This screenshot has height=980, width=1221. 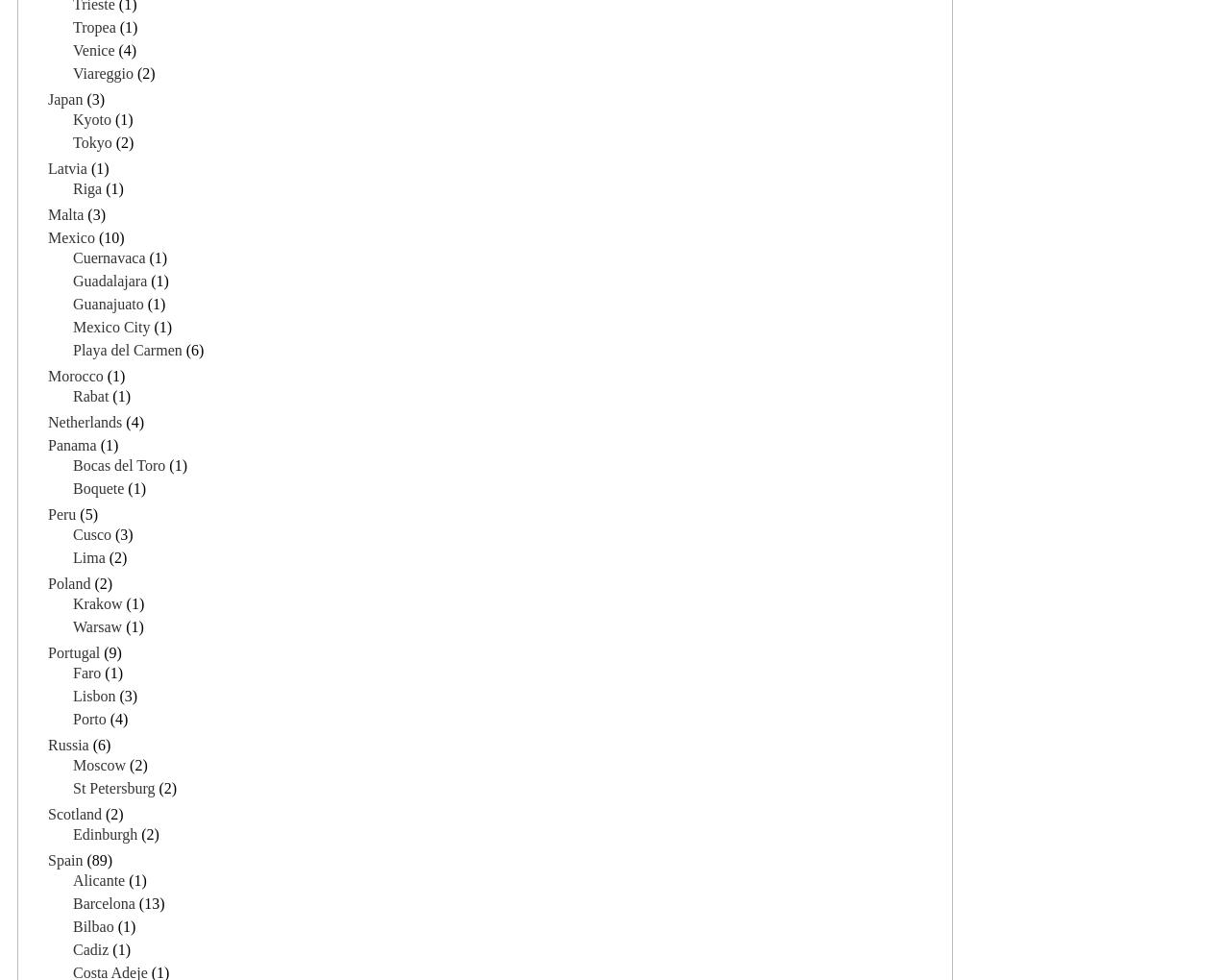 I want to click on 'Riga', so click(x=87, y=186).